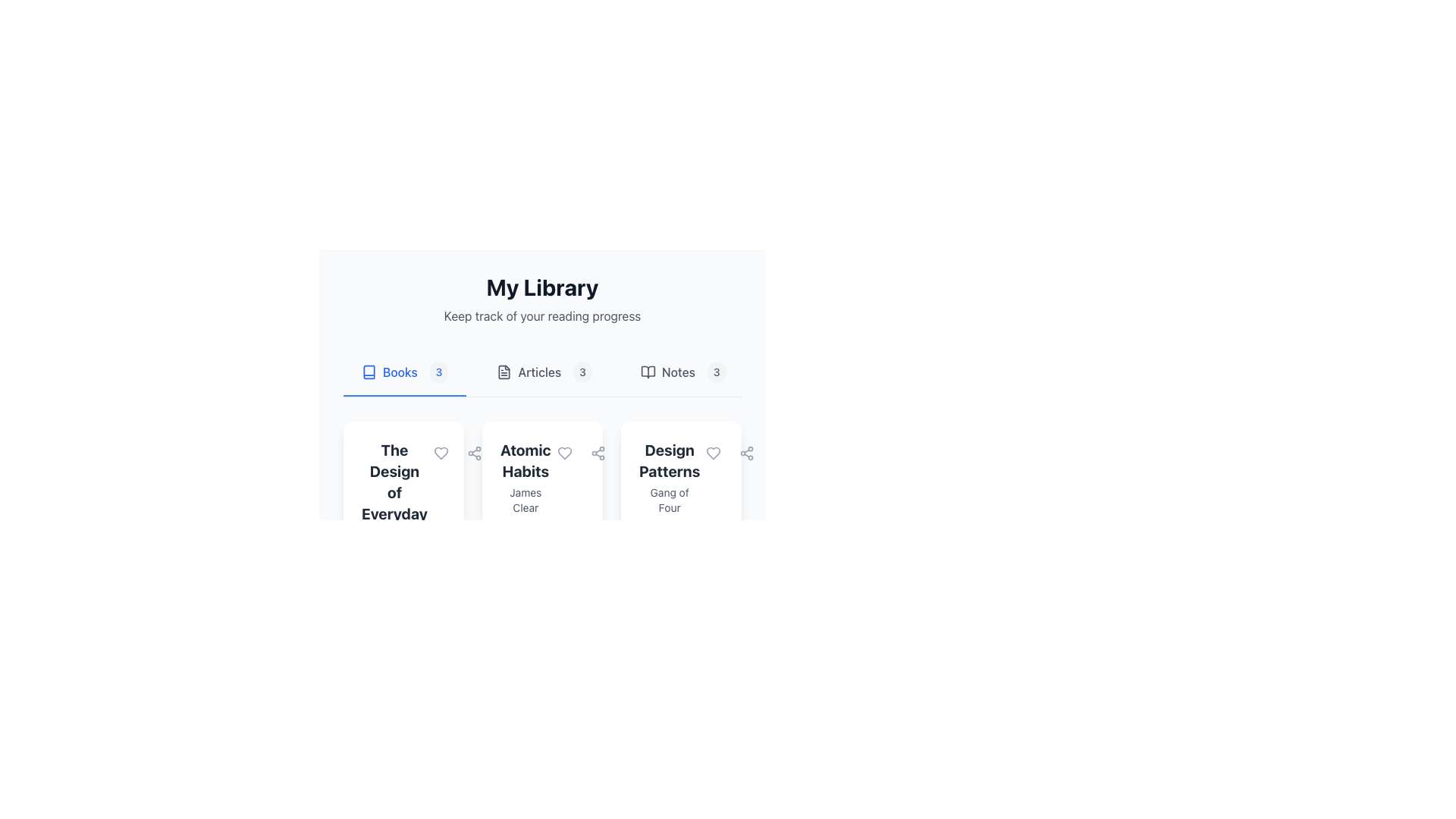  Describe the element at coordinates (369, 372) in the screenshot. I see `the stylized book icon located near the top-left quadrant of the interface, adjacent to the 'Books' label` at that location.